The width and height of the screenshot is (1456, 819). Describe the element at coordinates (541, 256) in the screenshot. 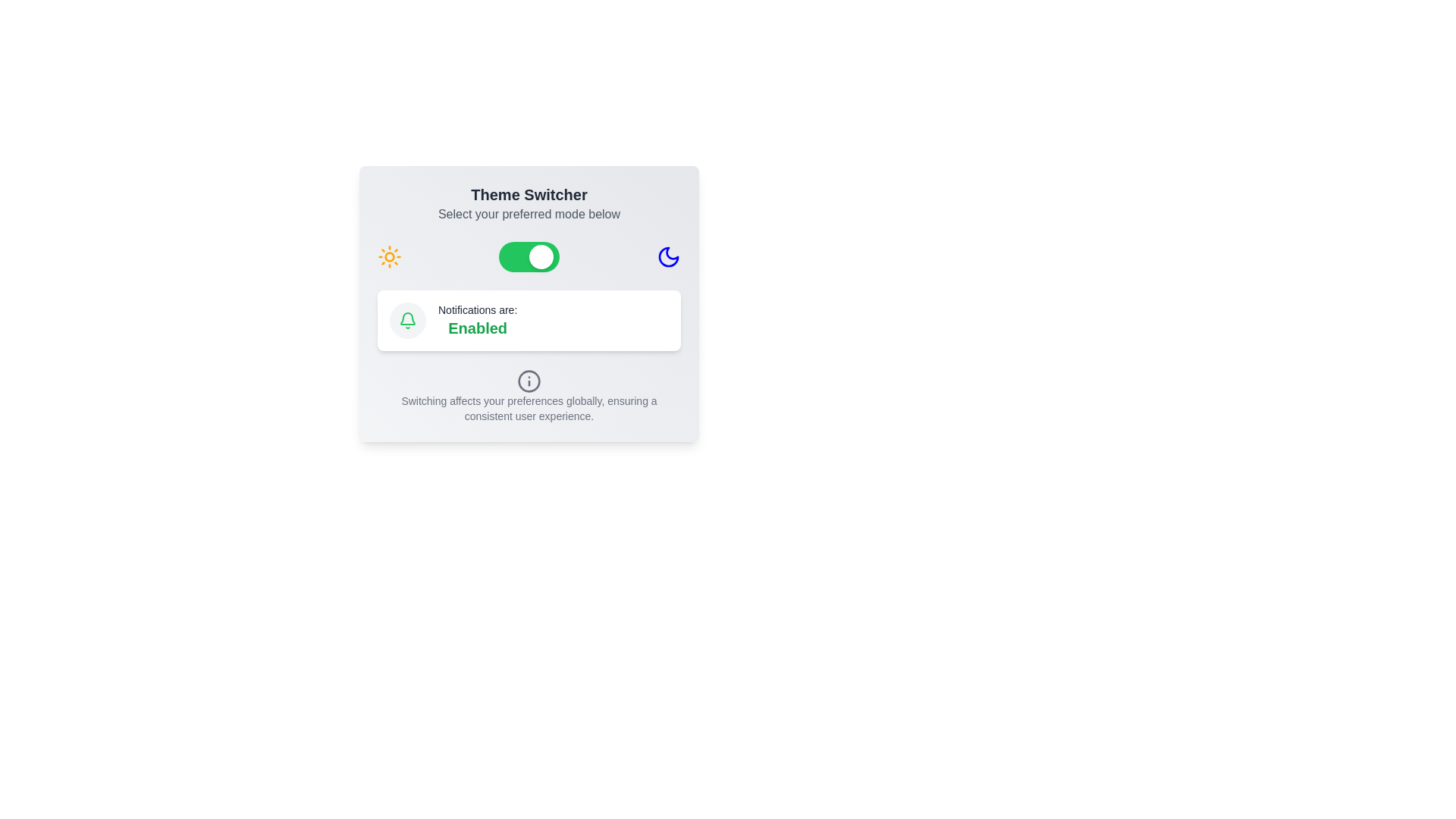

I see `the circular knob of the toggle switch located on the right end of the switch under the 'Theme Switcher' heading` at that location.